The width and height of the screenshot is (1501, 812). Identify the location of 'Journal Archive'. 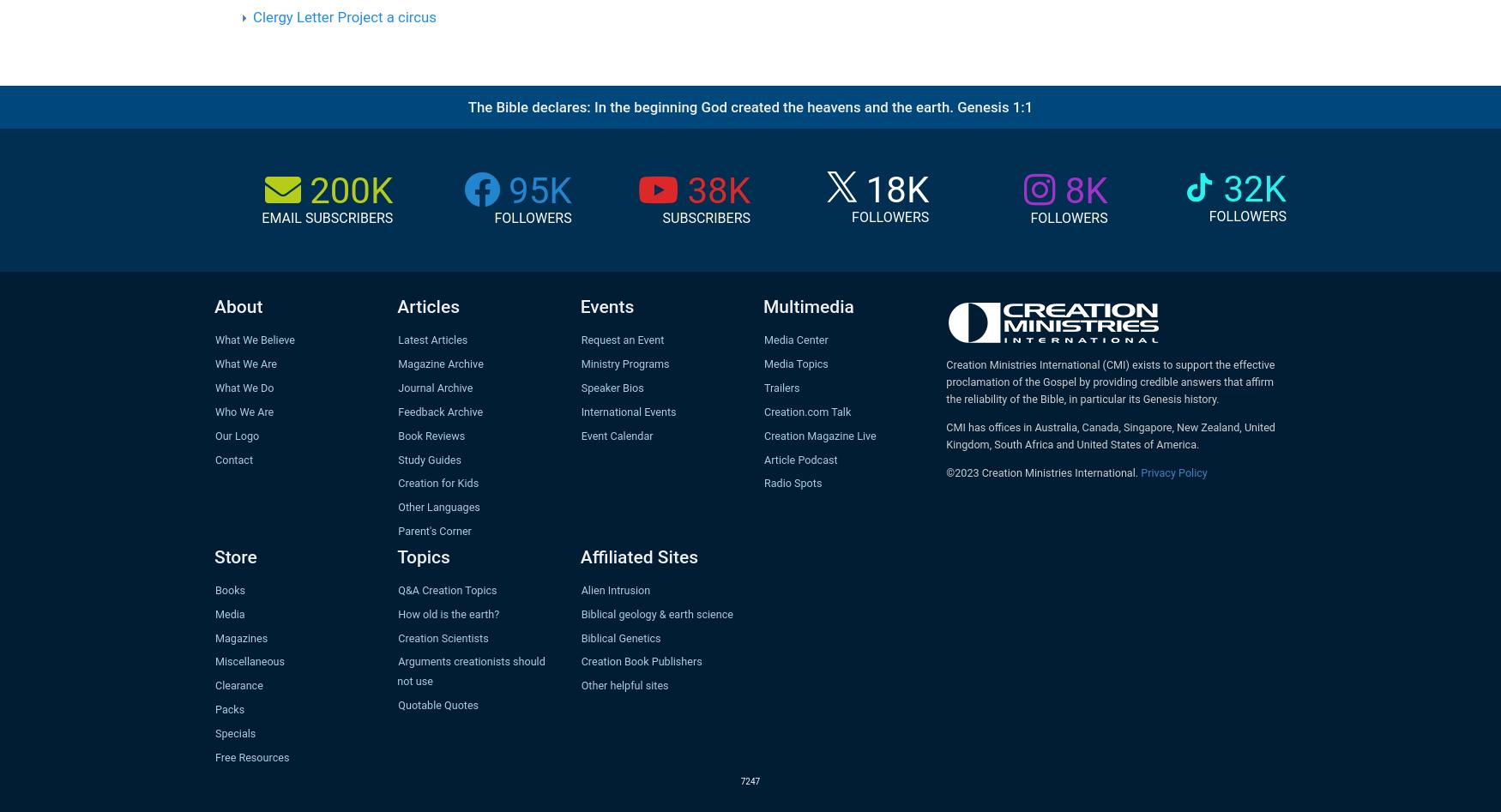
(434, 387).